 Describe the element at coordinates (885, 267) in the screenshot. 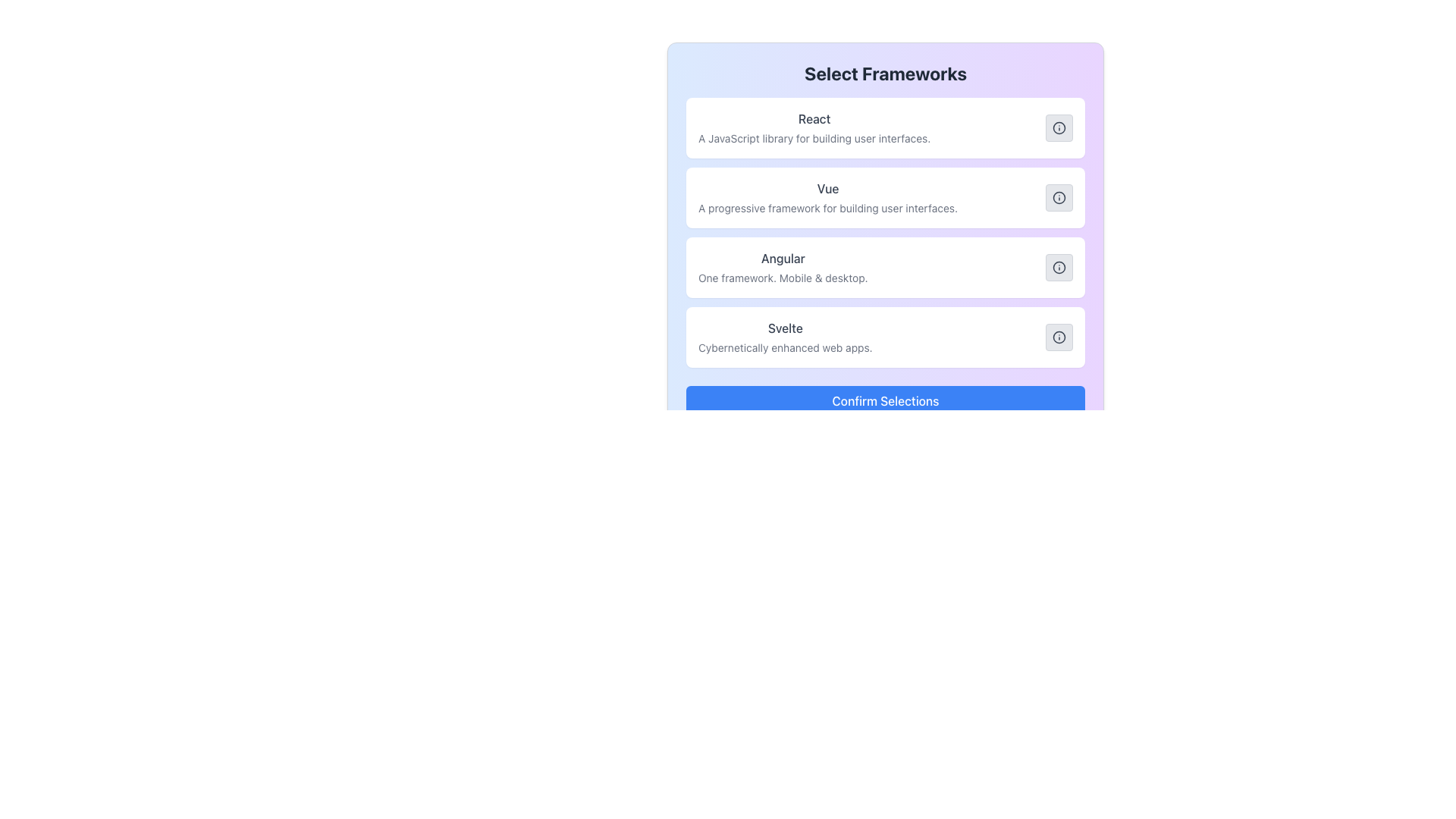

I see `the 'Angular' list item` at that location.